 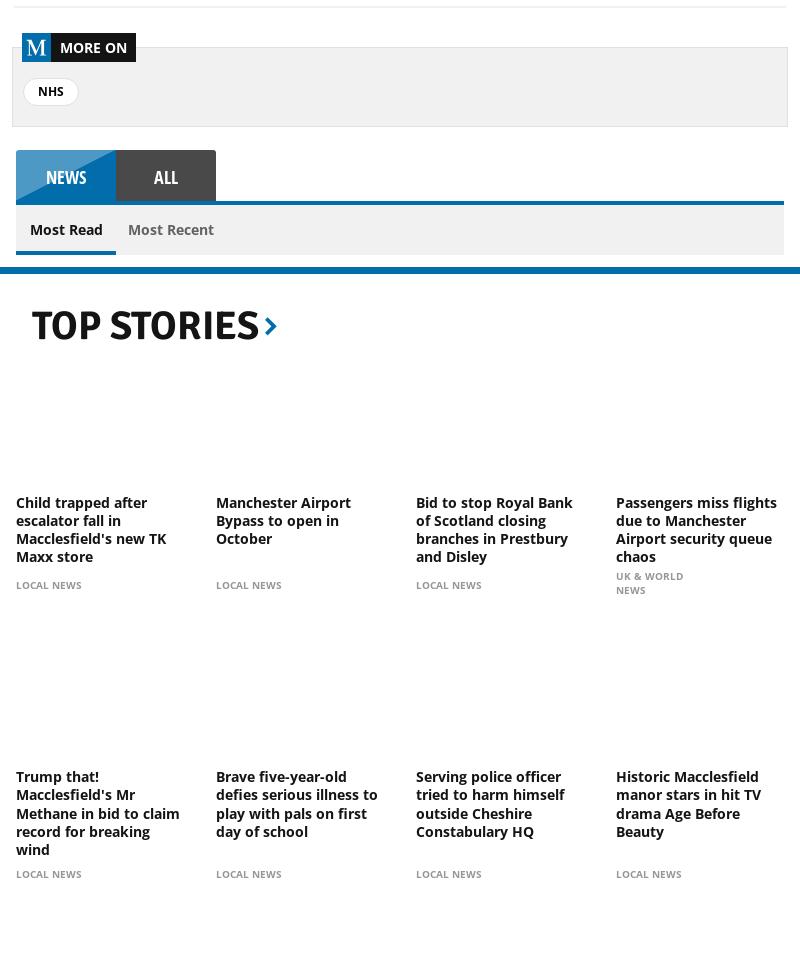 What do you see at coordinates (32, 324) in the screenshot?
I see `'Top Stories'` at bounding box center [32, 324].